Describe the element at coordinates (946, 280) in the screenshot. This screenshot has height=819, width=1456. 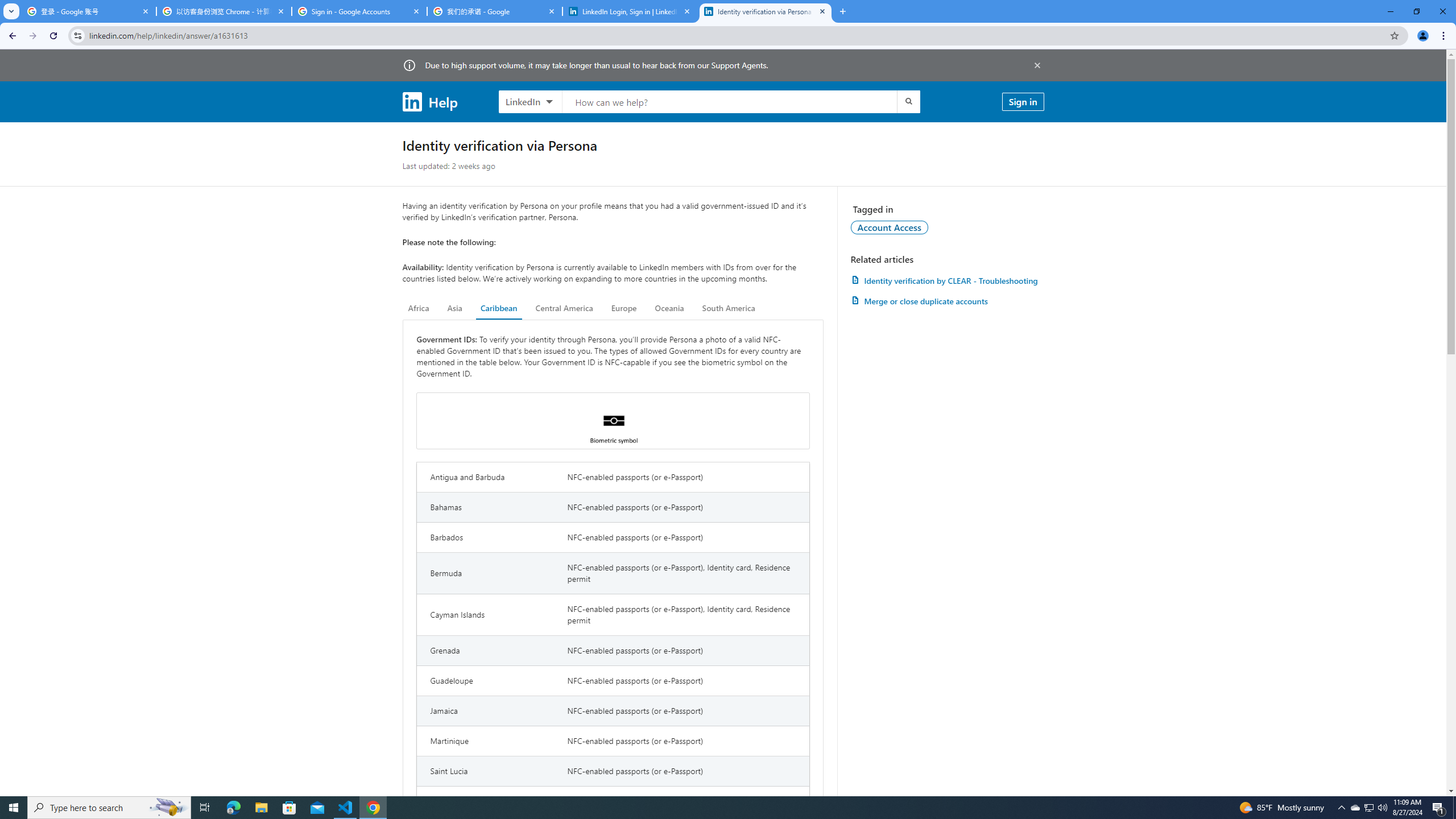
I see `'AutomationID: article-link-a1457505'` at that location.